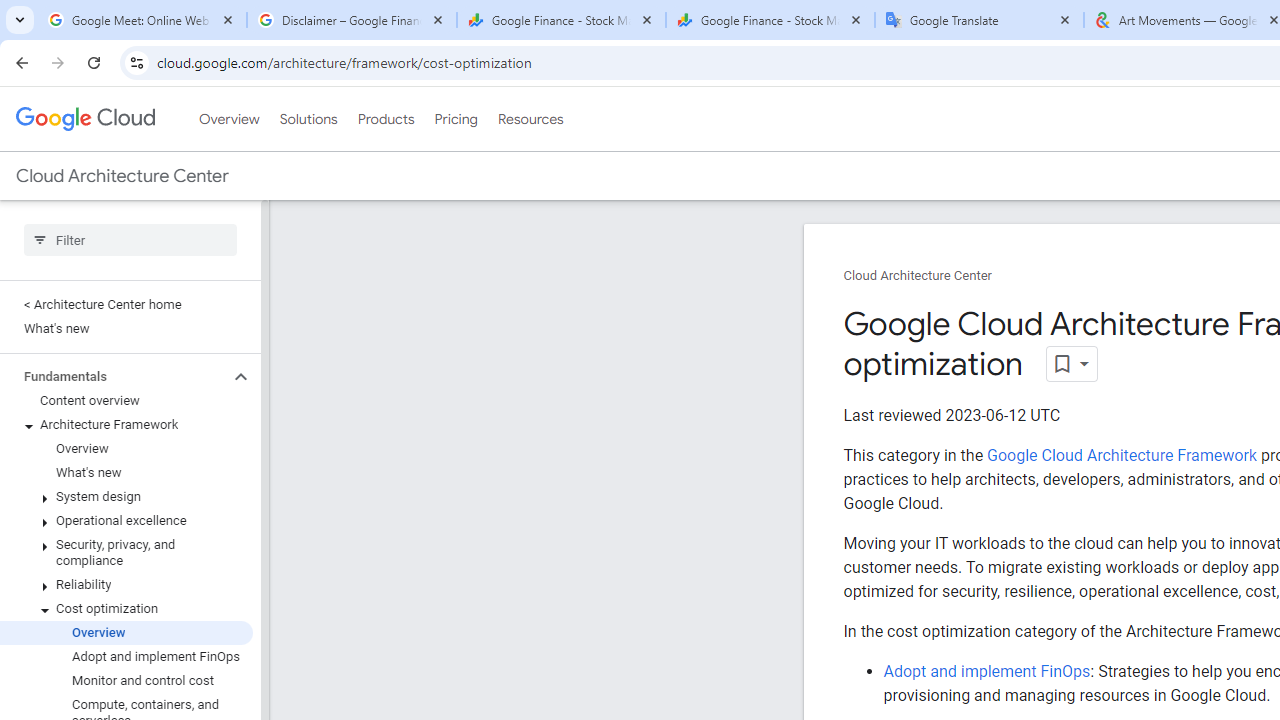 The width and height of the screenshot is (1280, 720). I want to click on 'Monitor and control cost', so click(125, 679).